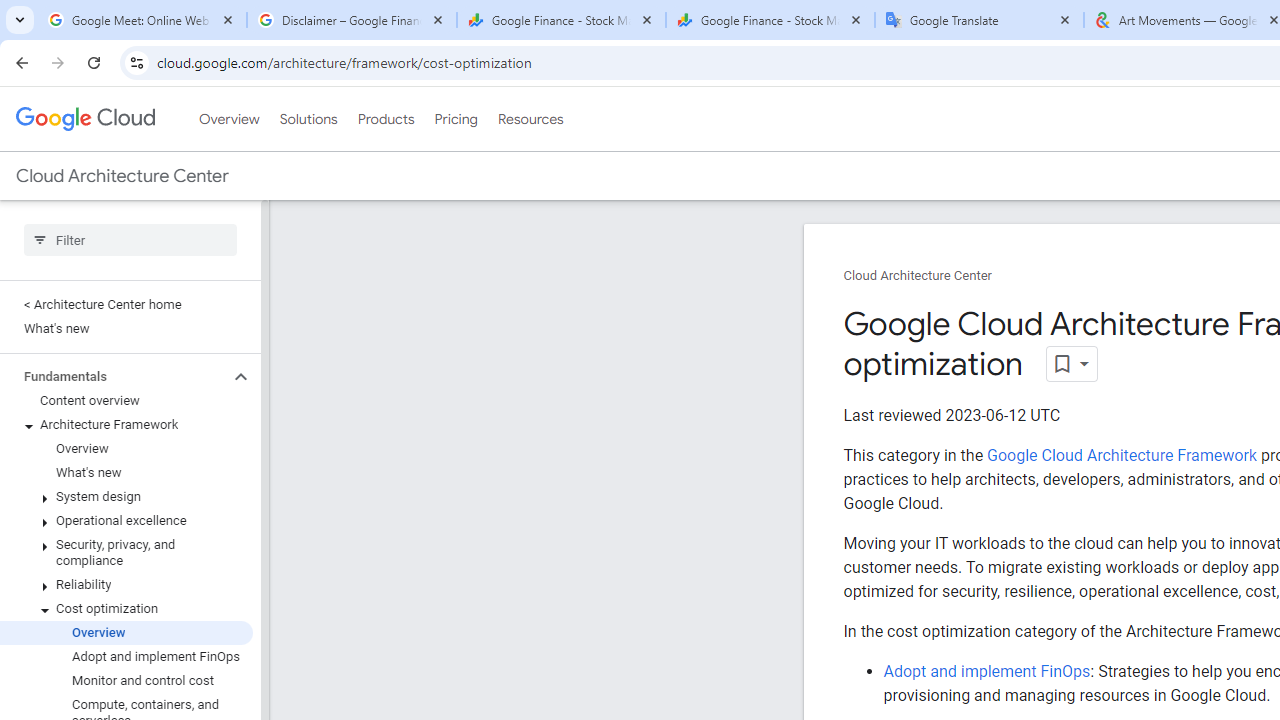 The width and height of the screenshot is (1280, 720). I want to click on 'Monitor and control cost', so click(125, 679).